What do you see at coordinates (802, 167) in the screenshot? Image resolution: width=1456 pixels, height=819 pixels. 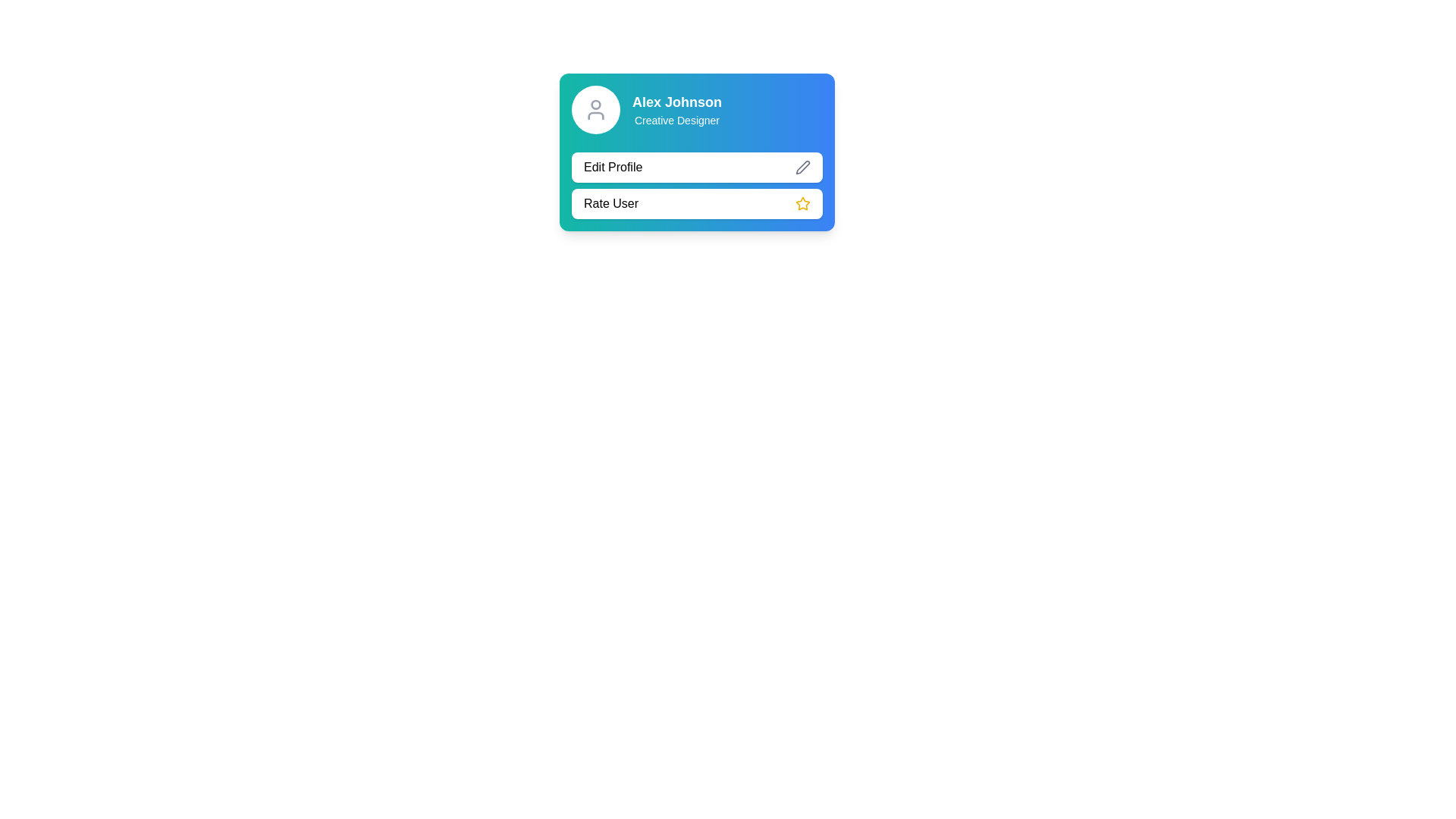 I see `the pen-shaped icon located at the far-right end of the 'Edit Profile' button, adjacent to the text 'Edit Profile'` at bounding box center [802, 167].